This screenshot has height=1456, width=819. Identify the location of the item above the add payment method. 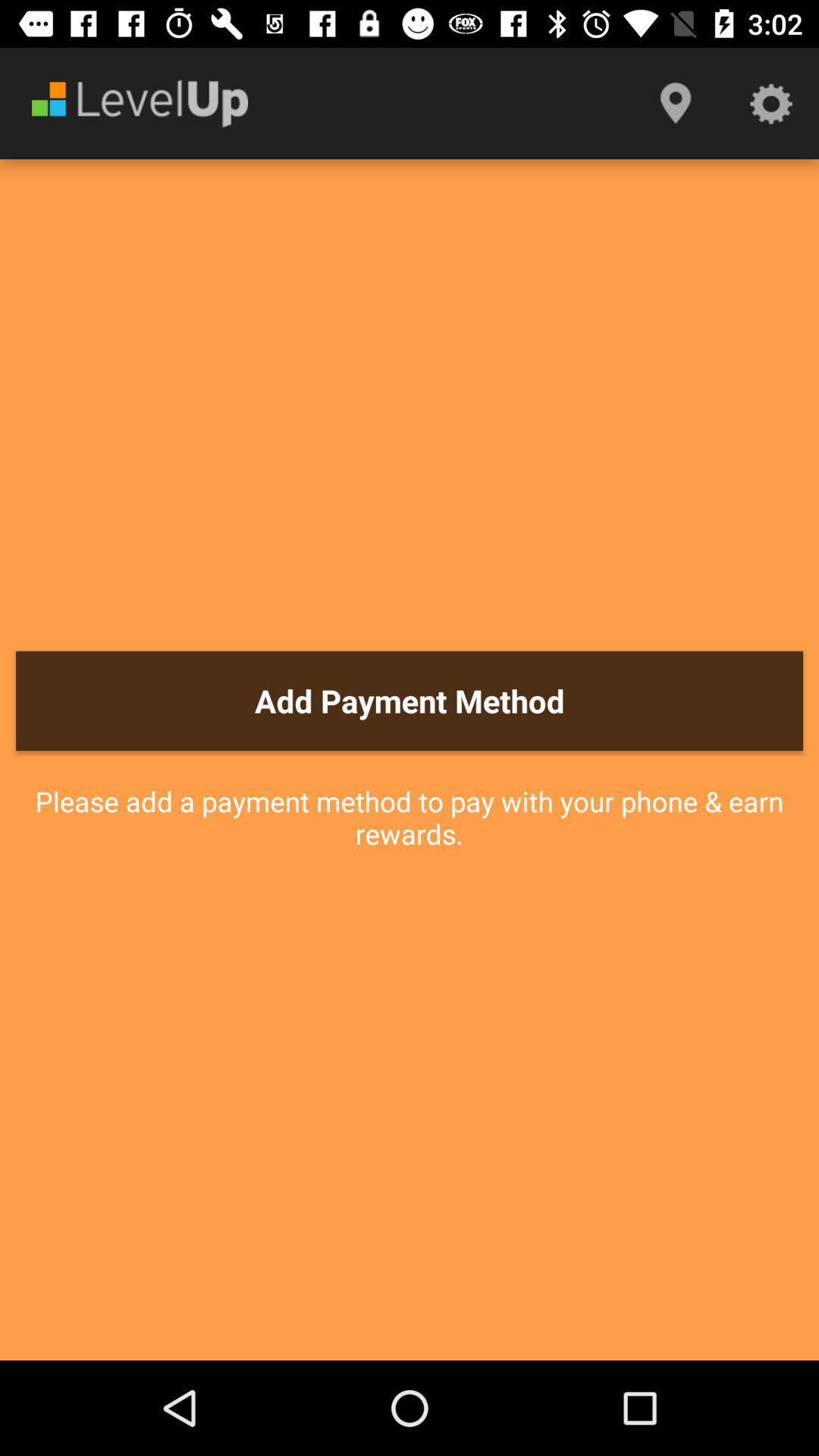
(771, 102).